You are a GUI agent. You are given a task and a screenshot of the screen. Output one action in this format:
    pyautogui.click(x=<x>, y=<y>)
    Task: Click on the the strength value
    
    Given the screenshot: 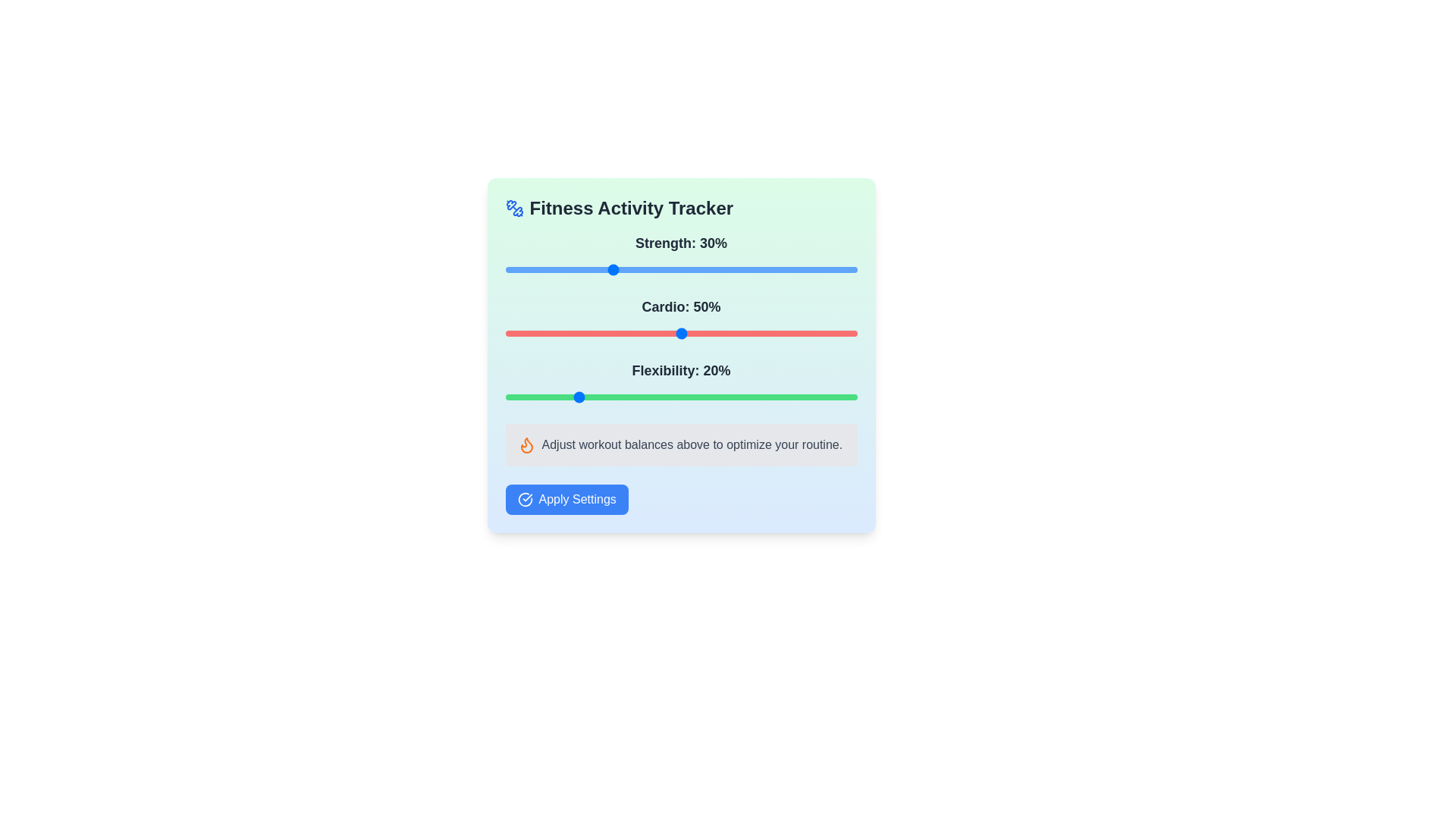 What is the action you would take?
    pyautogui.click(x=800, y=268)
    